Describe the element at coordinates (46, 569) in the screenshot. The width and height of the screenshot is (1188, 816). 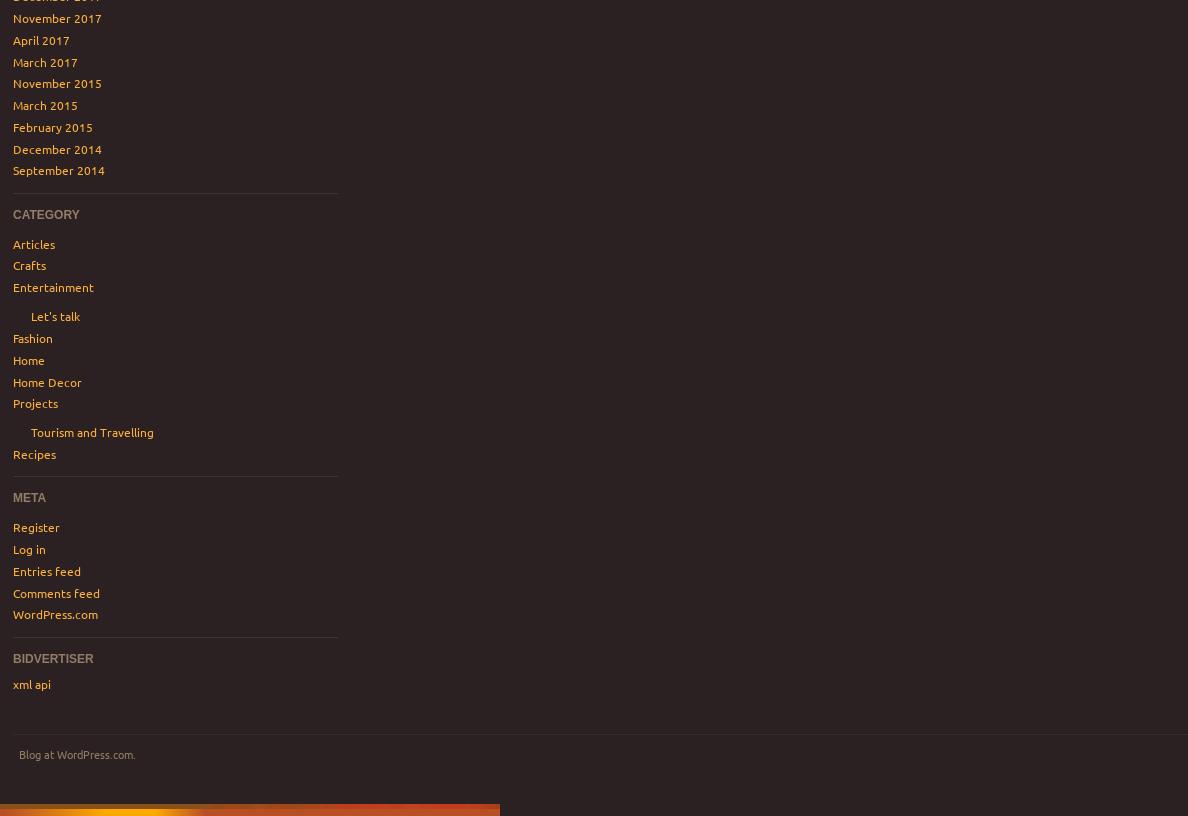
I see `'Entries feed'` at that location.